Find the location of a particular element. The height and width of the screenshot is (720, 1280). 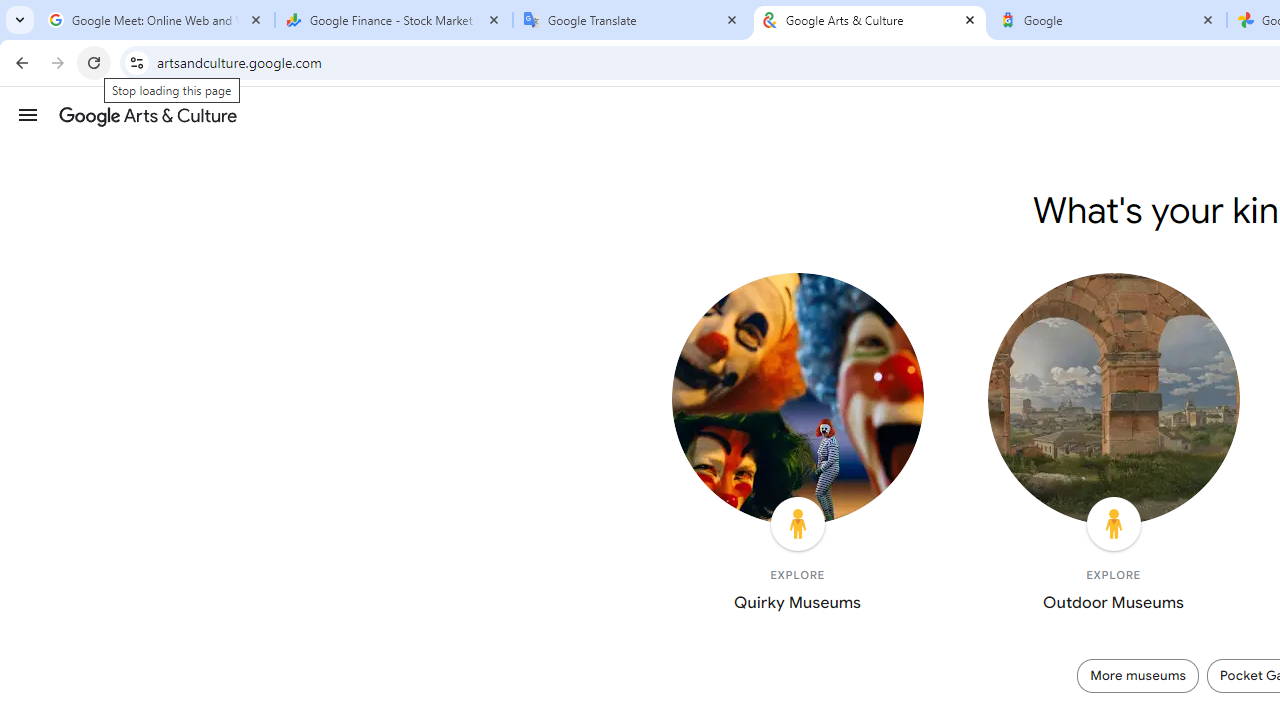

'EXPLORE Outdoor Museums' is located at coordinates (1112, 446).